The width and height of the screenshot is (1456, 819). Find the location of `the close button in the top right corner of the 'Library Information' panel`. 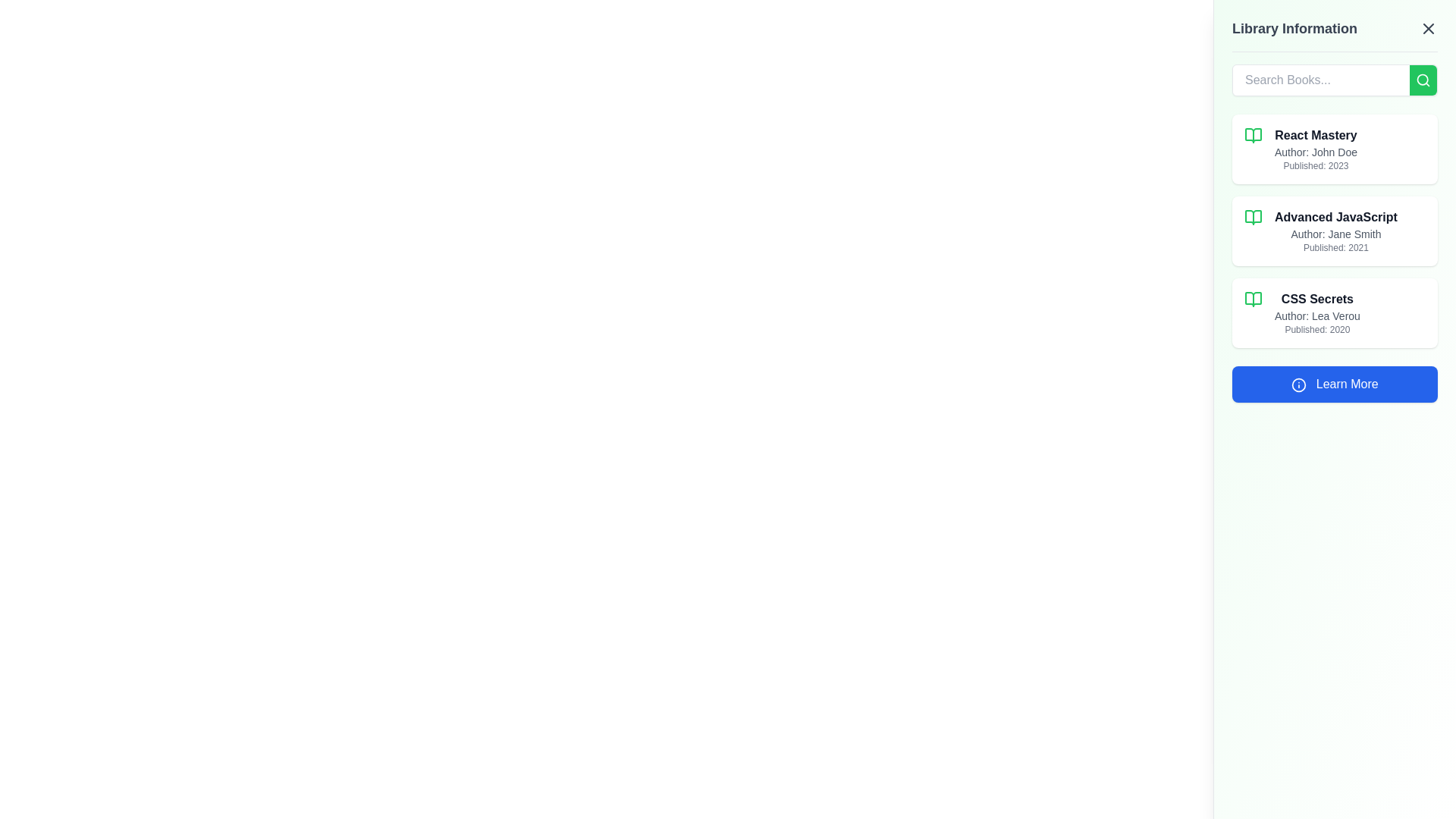

the close button in the top right corner of the 'Library Information' panel is located at coordinates (1427, 29).